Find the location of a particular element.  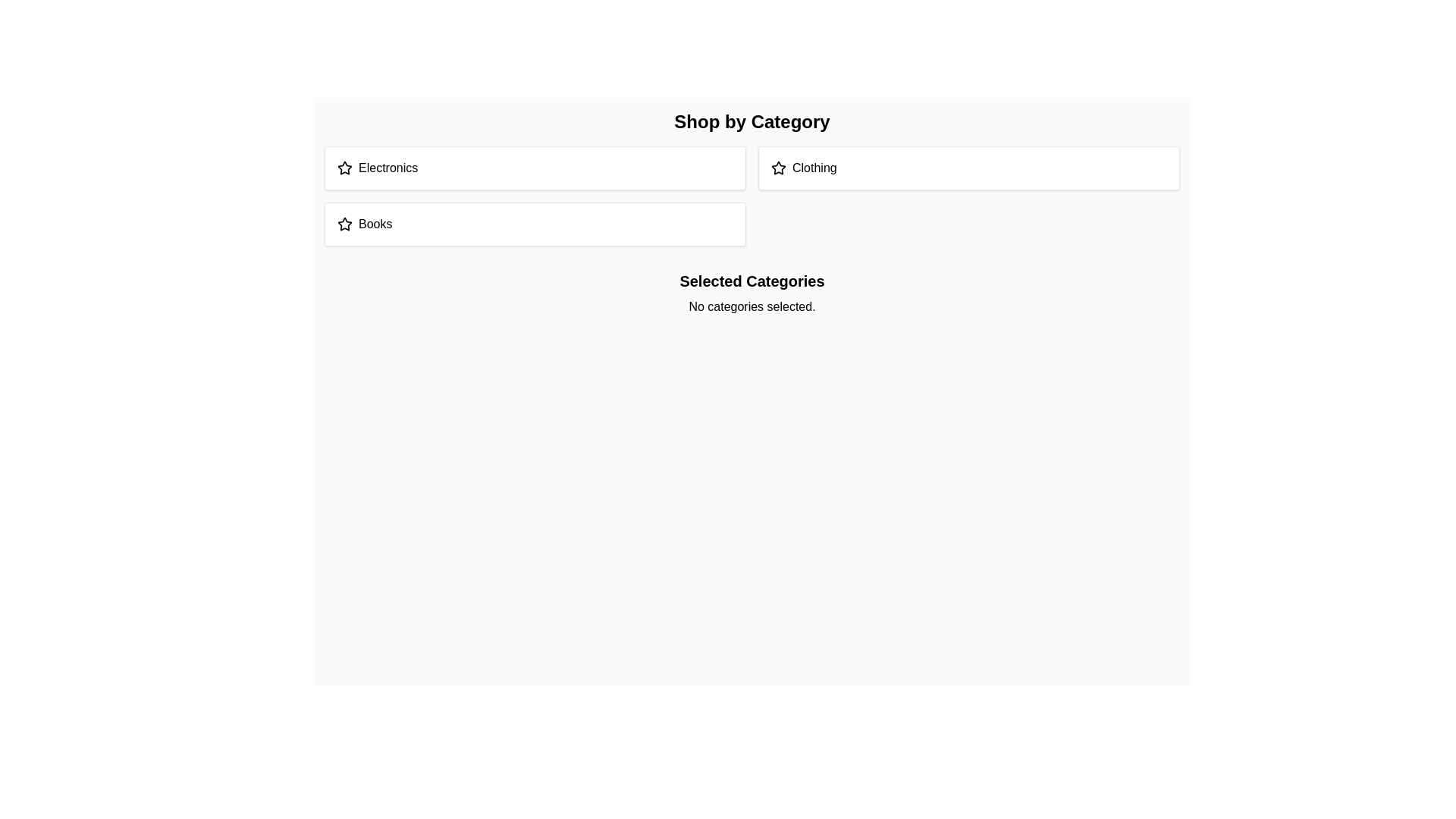

the 'Books' button using keyboard navigation is located at coordinates (535, 224).